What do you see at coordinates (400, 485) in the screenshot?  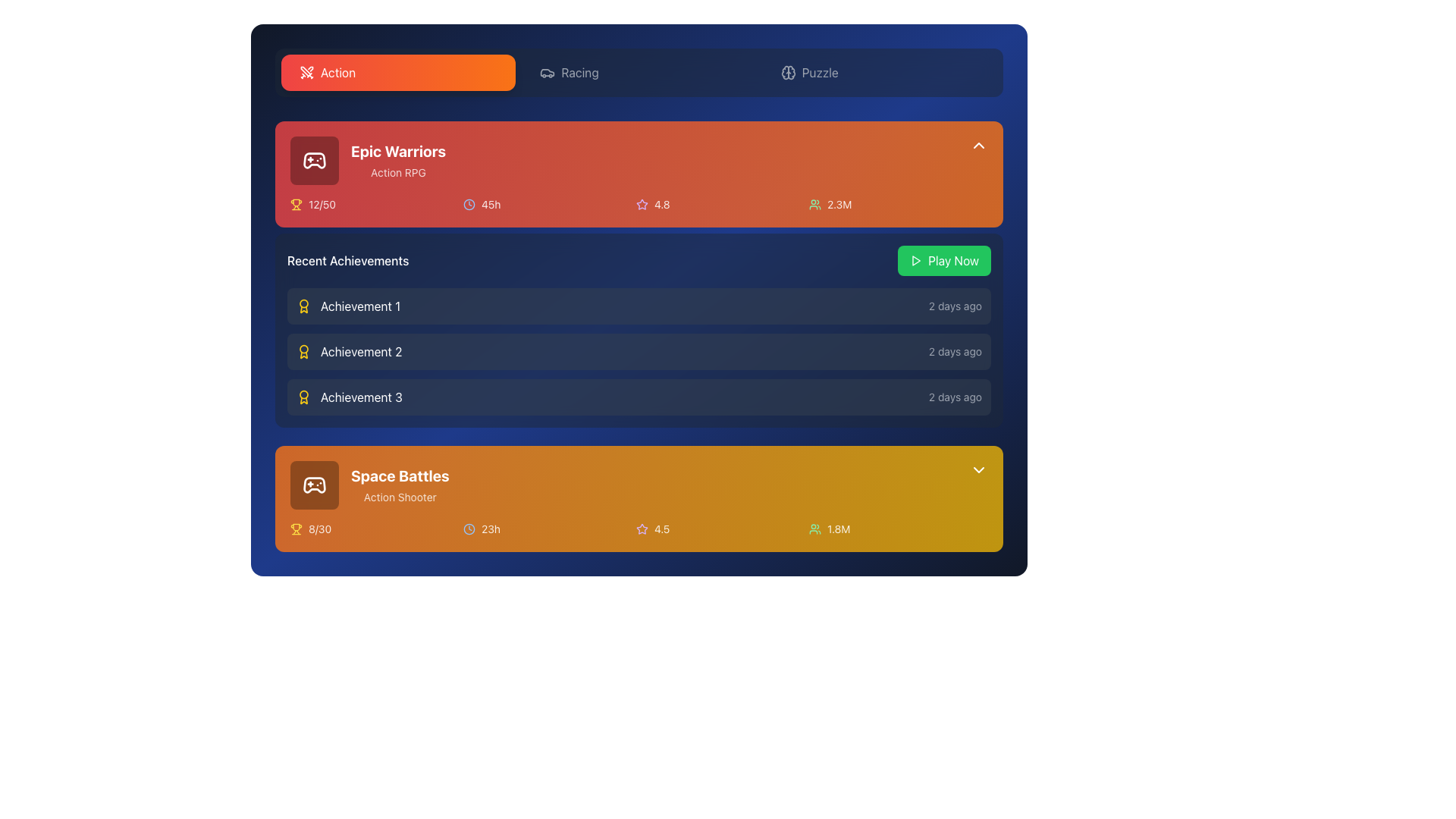 I see `the text label that provides the title and genre description of the game, which is centrally placed within the orange-colored card layout for 'Space Battles'` at bounding box center [400, 485].